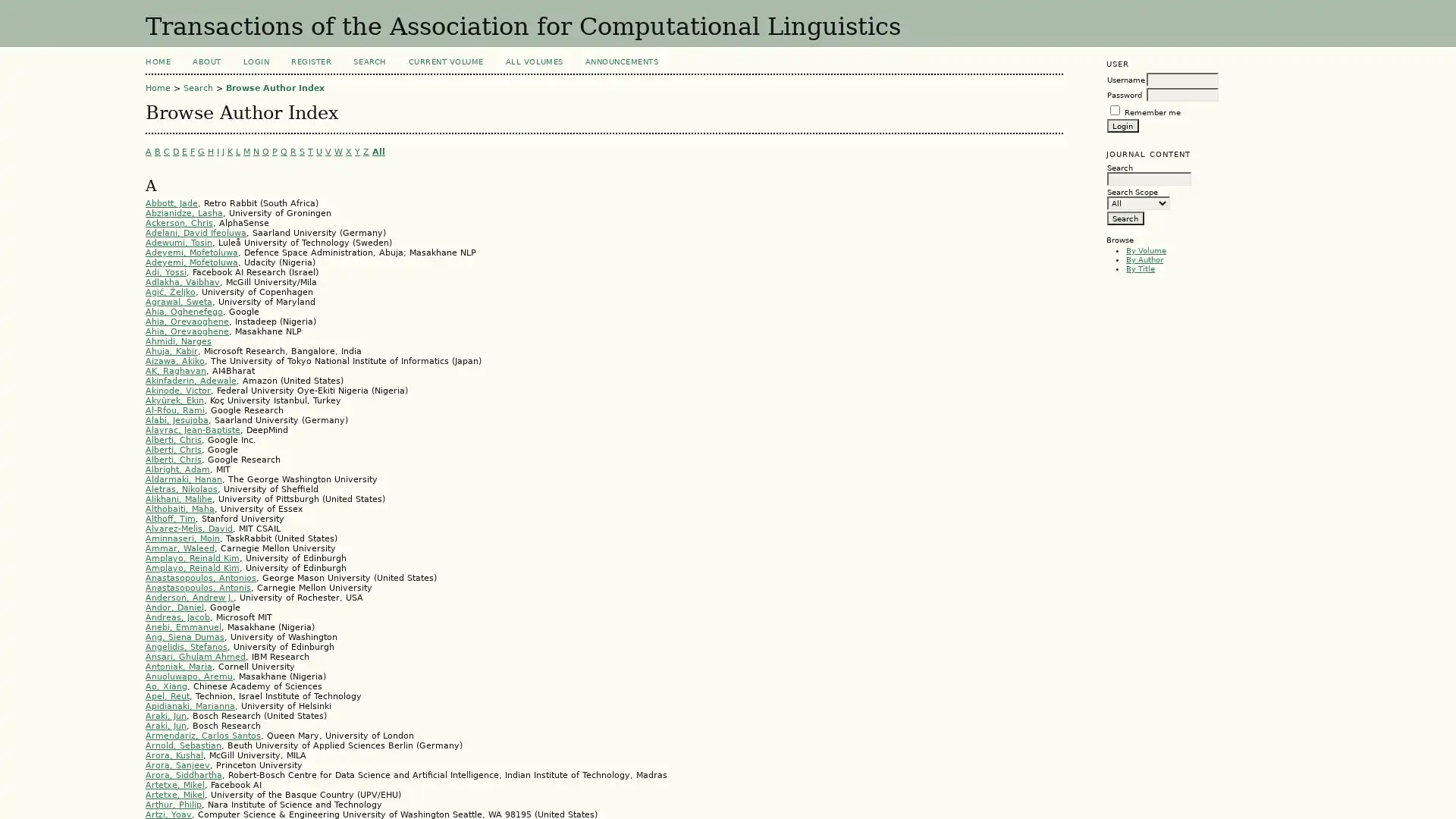  I want to click on Login, so click(1122, 124).